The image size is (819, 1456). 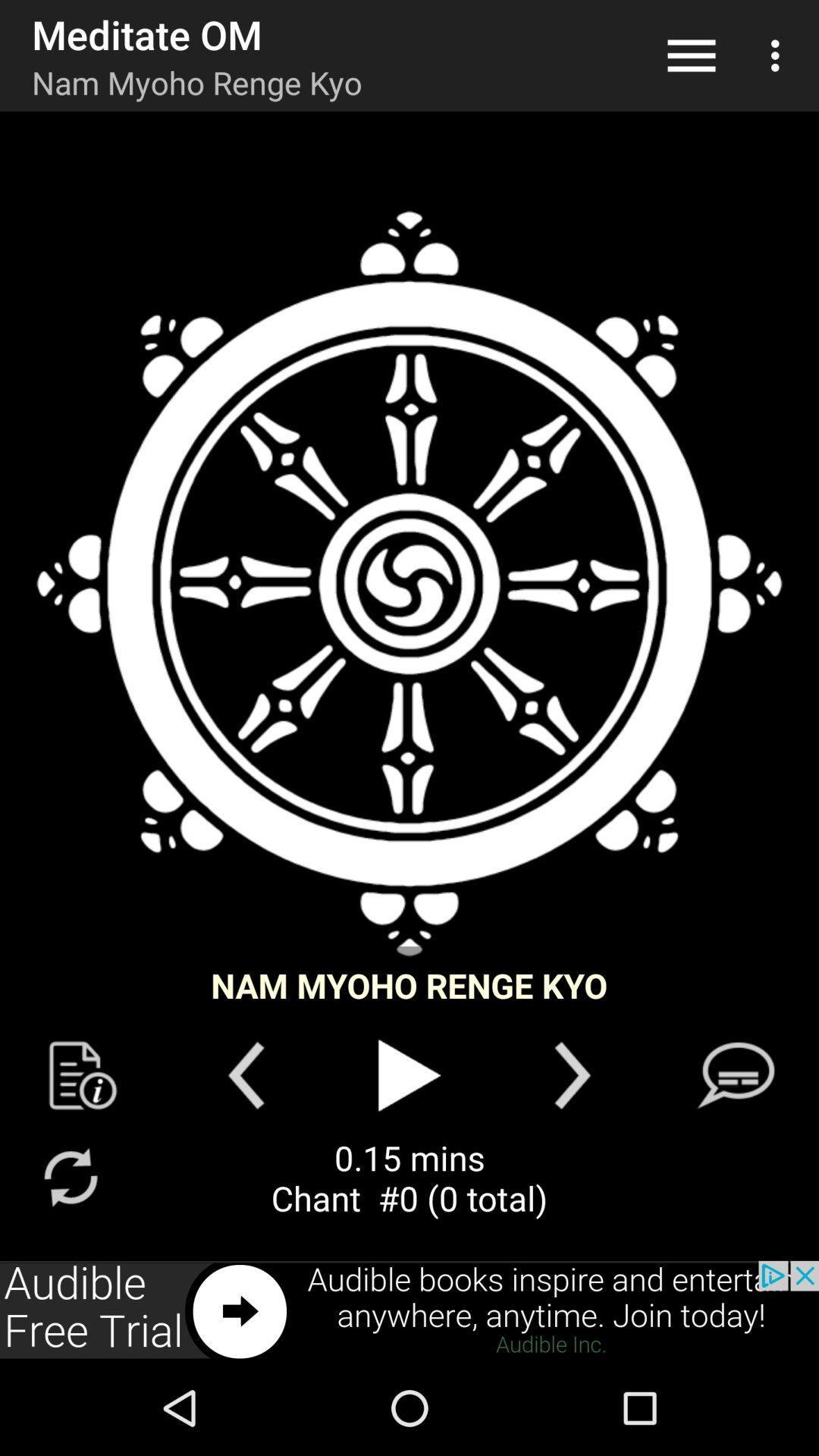 I want to click on open text option, so click(x=735, y=1075).